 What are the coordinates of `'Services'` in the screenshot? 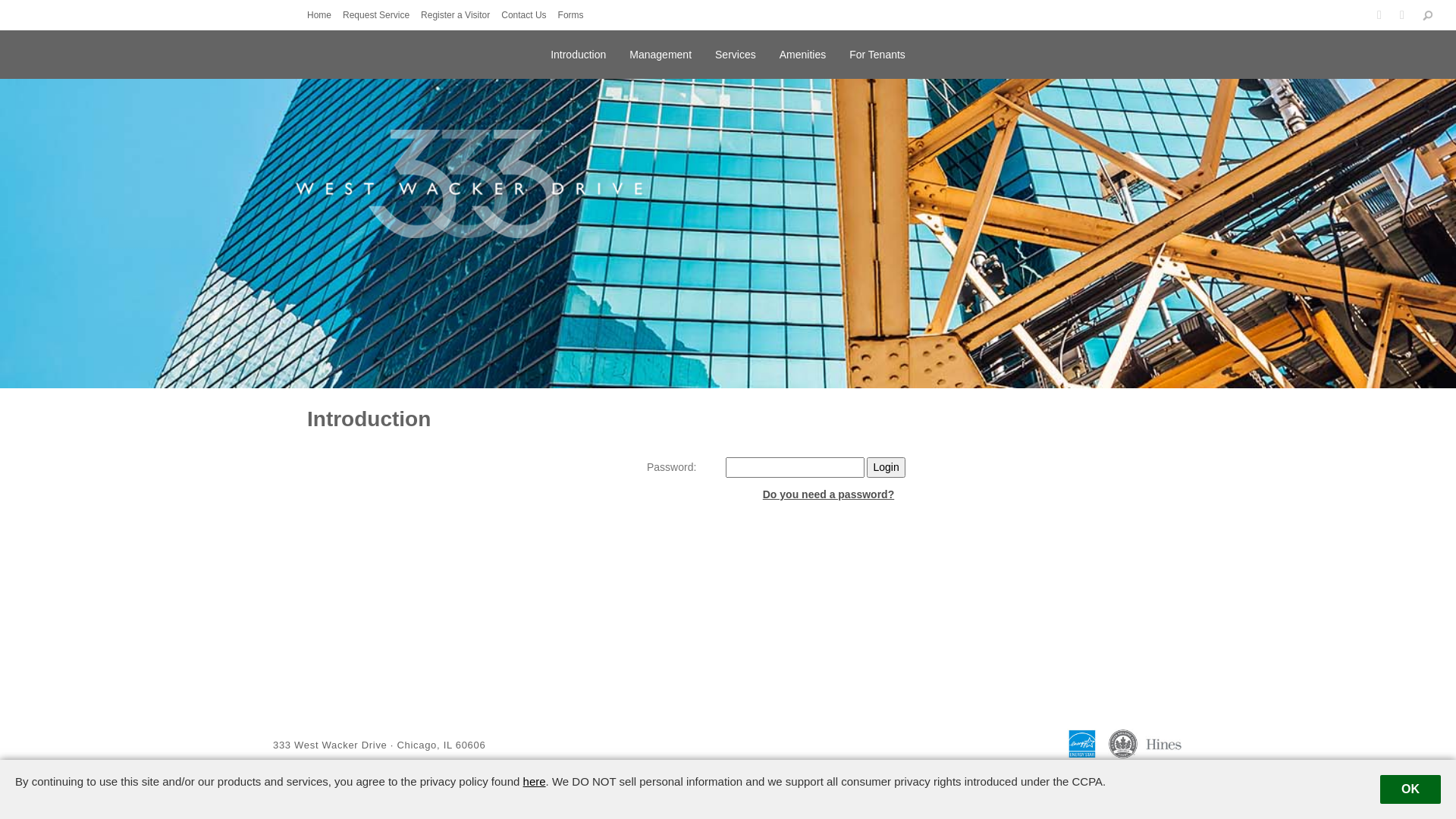 It's located at (735, 52).